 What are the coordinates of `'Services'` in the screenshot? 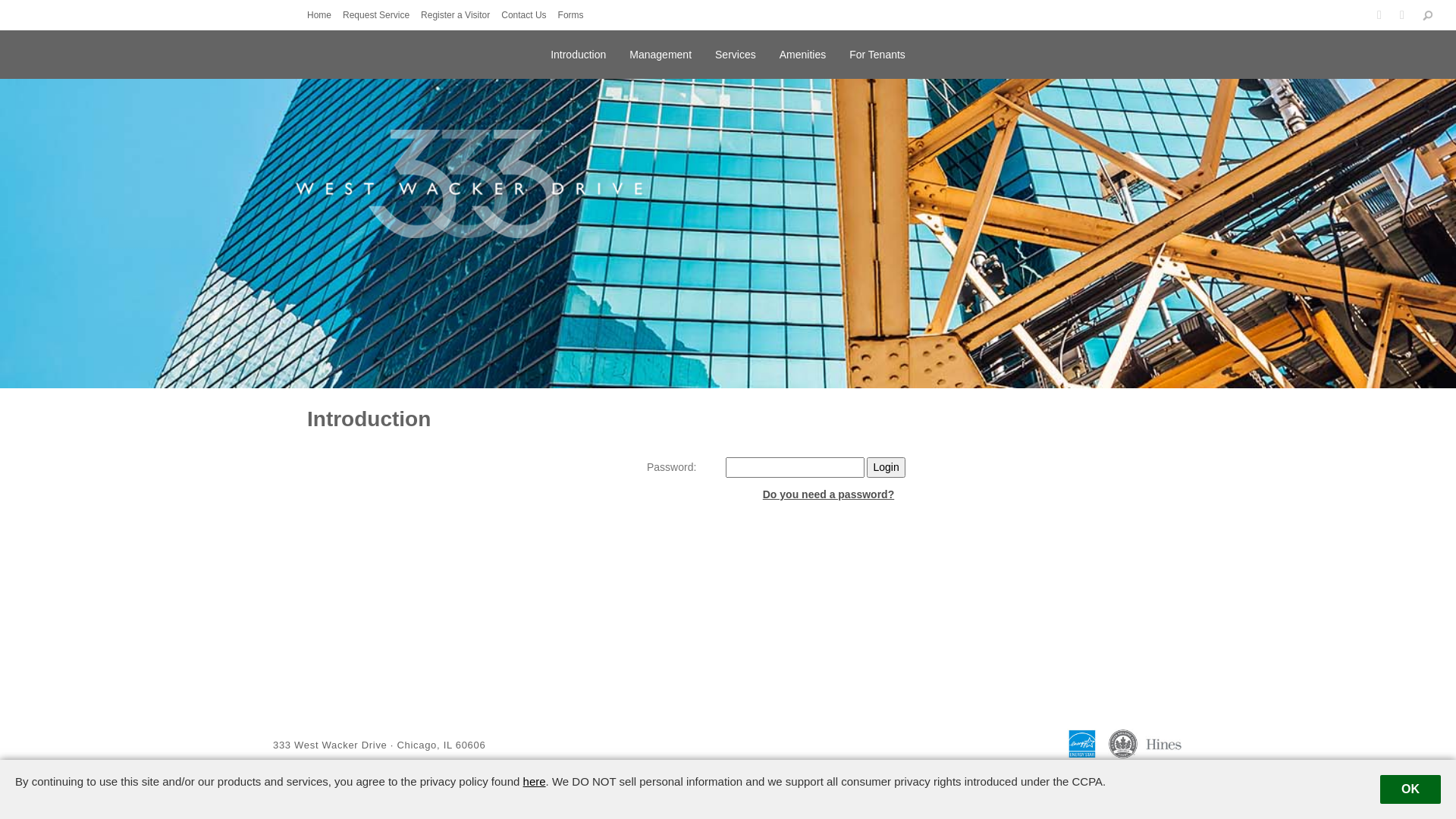 It's located at (735, 52).